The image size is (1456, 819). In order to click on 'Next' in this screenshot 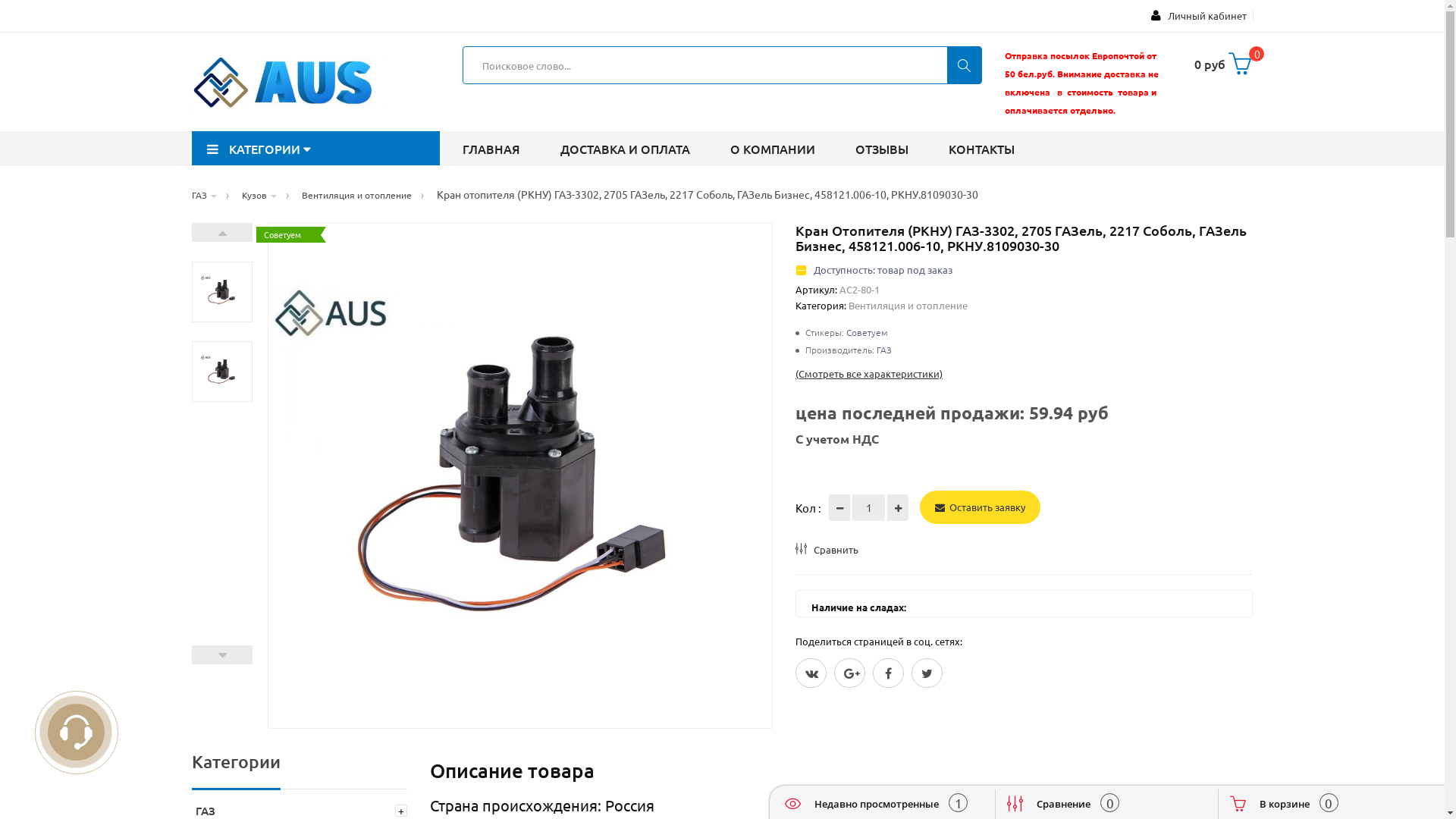, I will do `click(221, 232)`.